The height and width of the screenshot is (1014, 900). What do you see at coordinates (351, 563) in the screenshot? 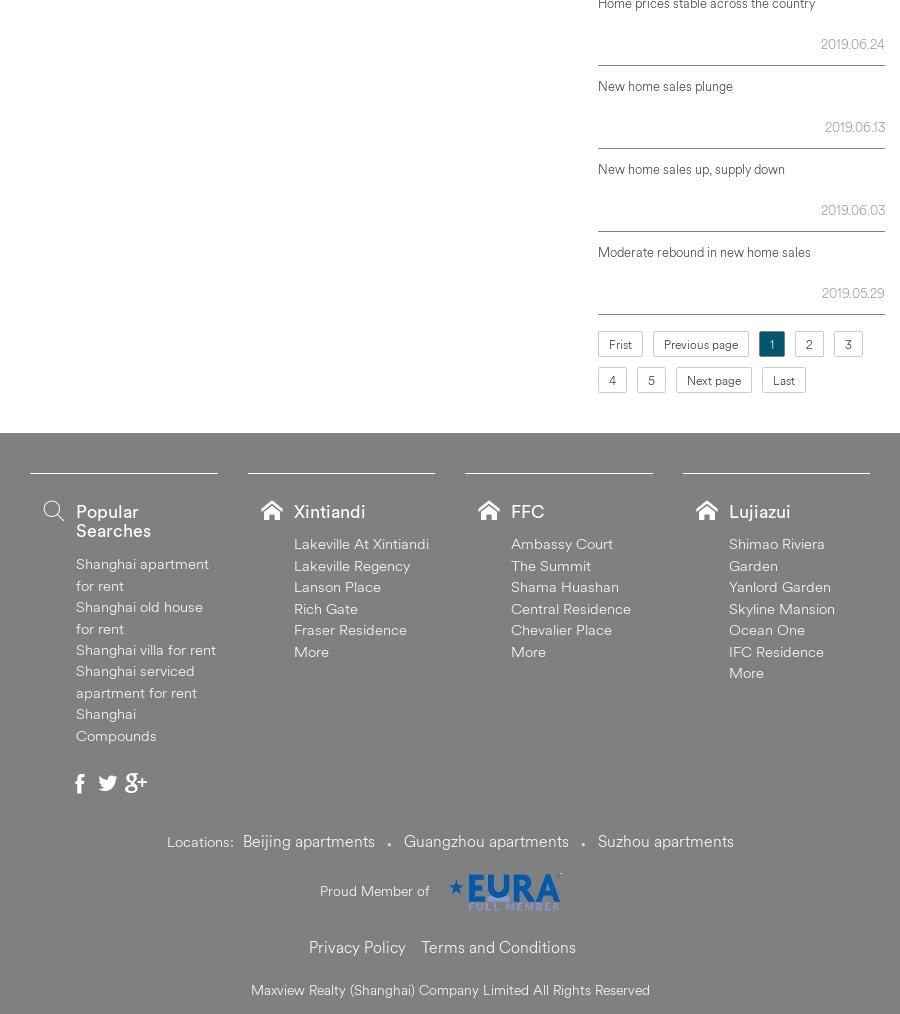
I see `'Lakeville Regency'` at bounding box center [351, 563].